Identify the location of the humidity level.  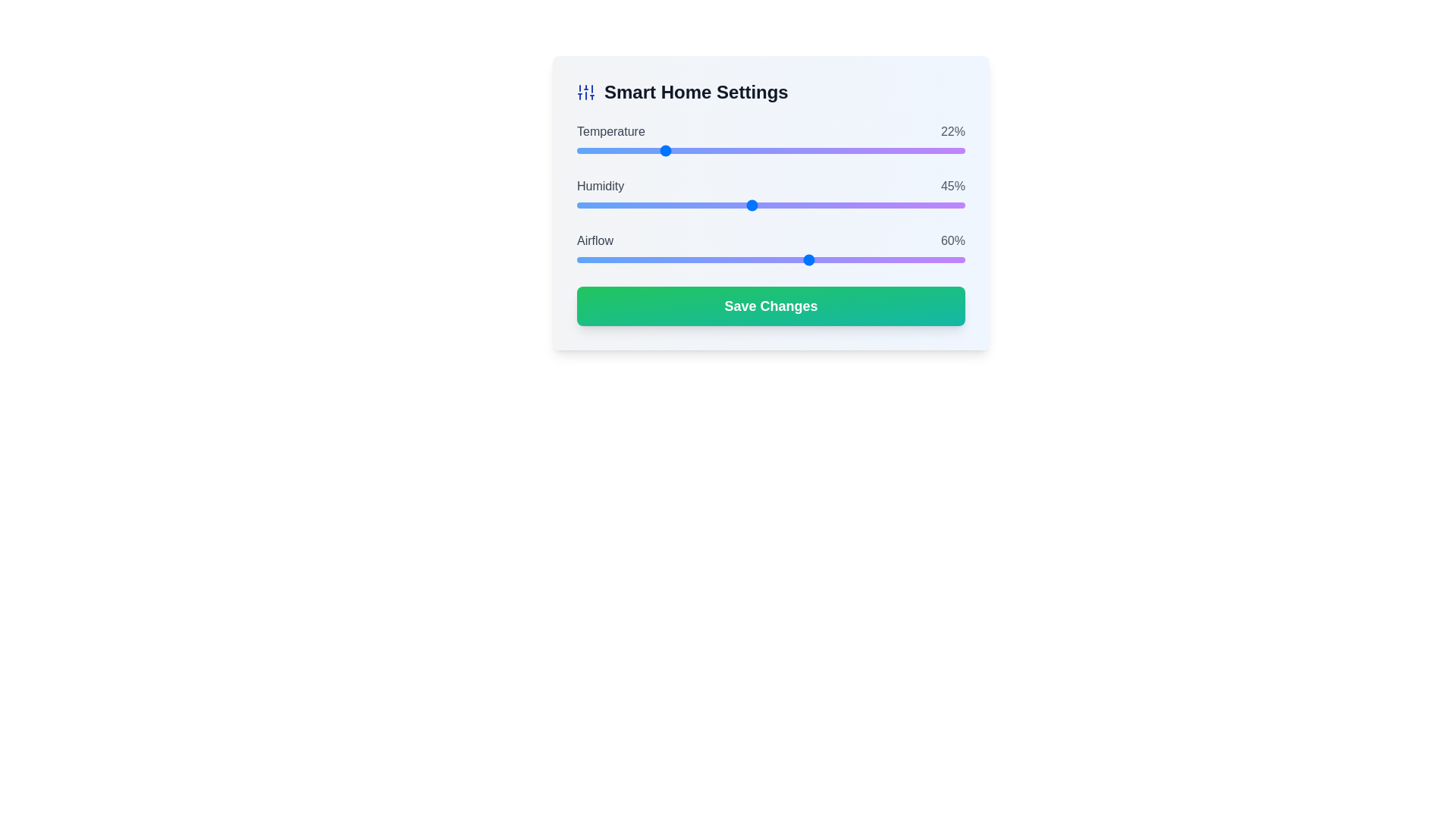
(685, 205).